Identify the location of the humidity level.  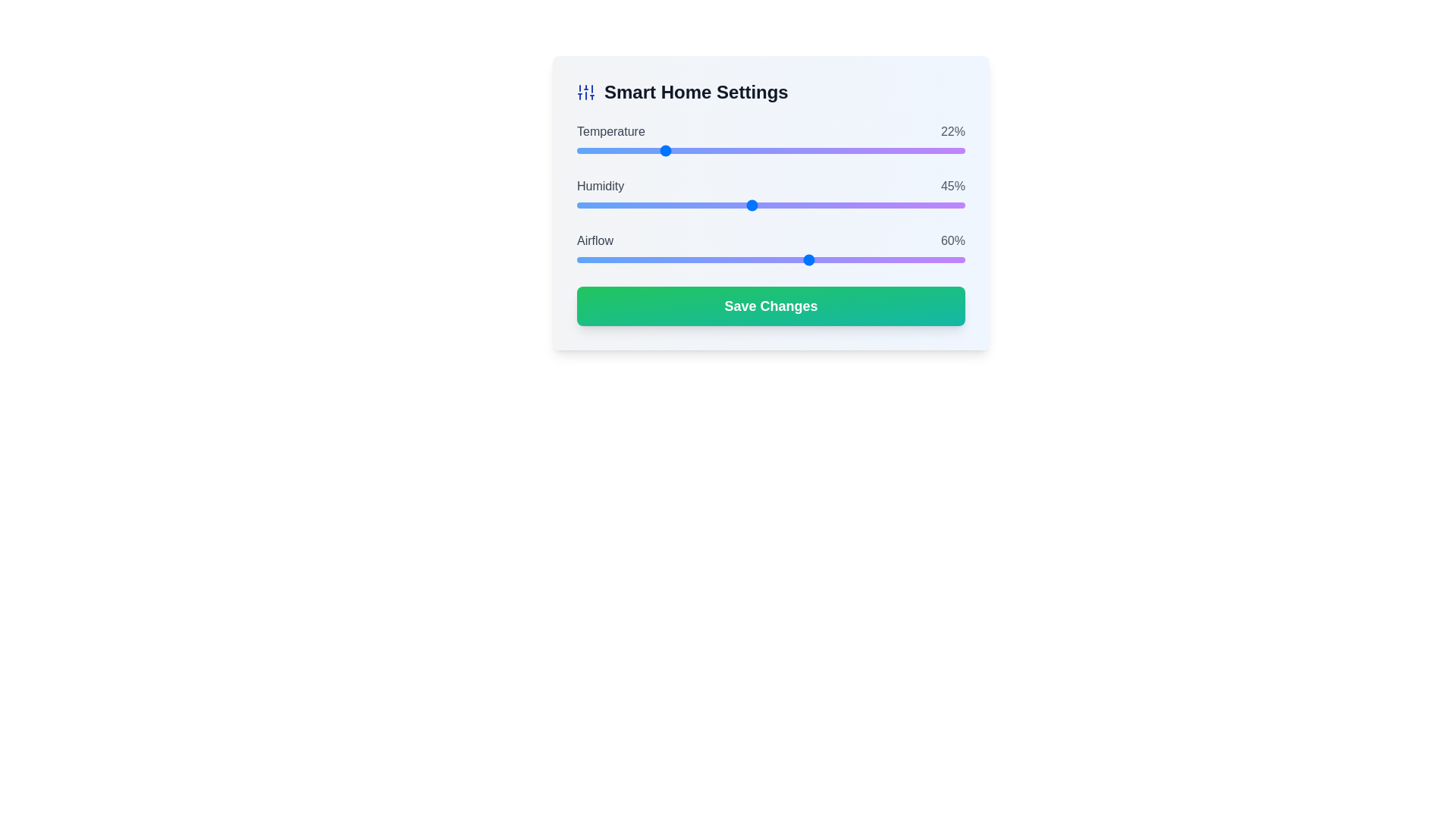
(685, 205).